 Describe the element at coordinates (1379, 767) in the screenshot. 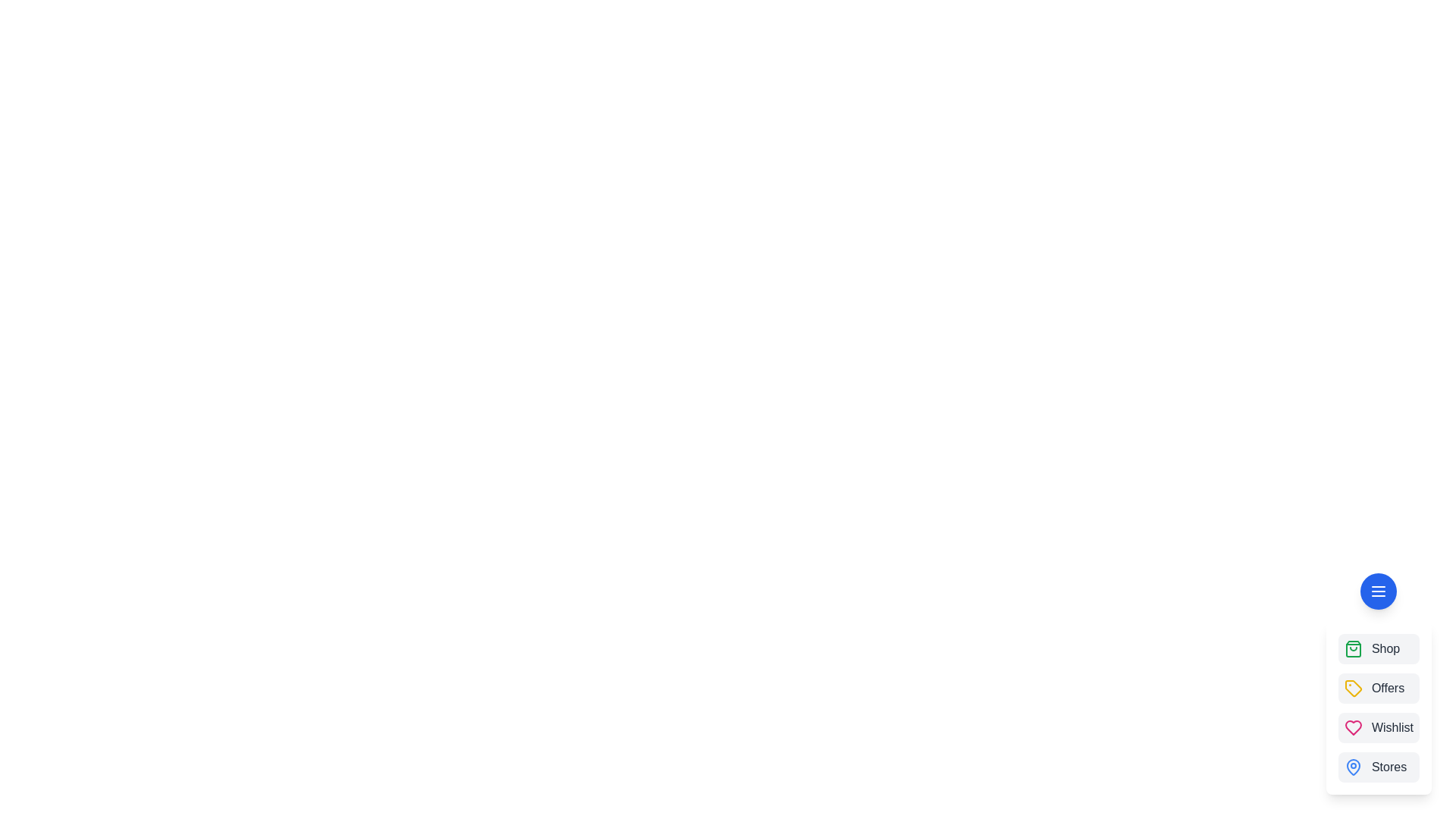

I see `the 'Stores' button in the speed dial menu` at that location.